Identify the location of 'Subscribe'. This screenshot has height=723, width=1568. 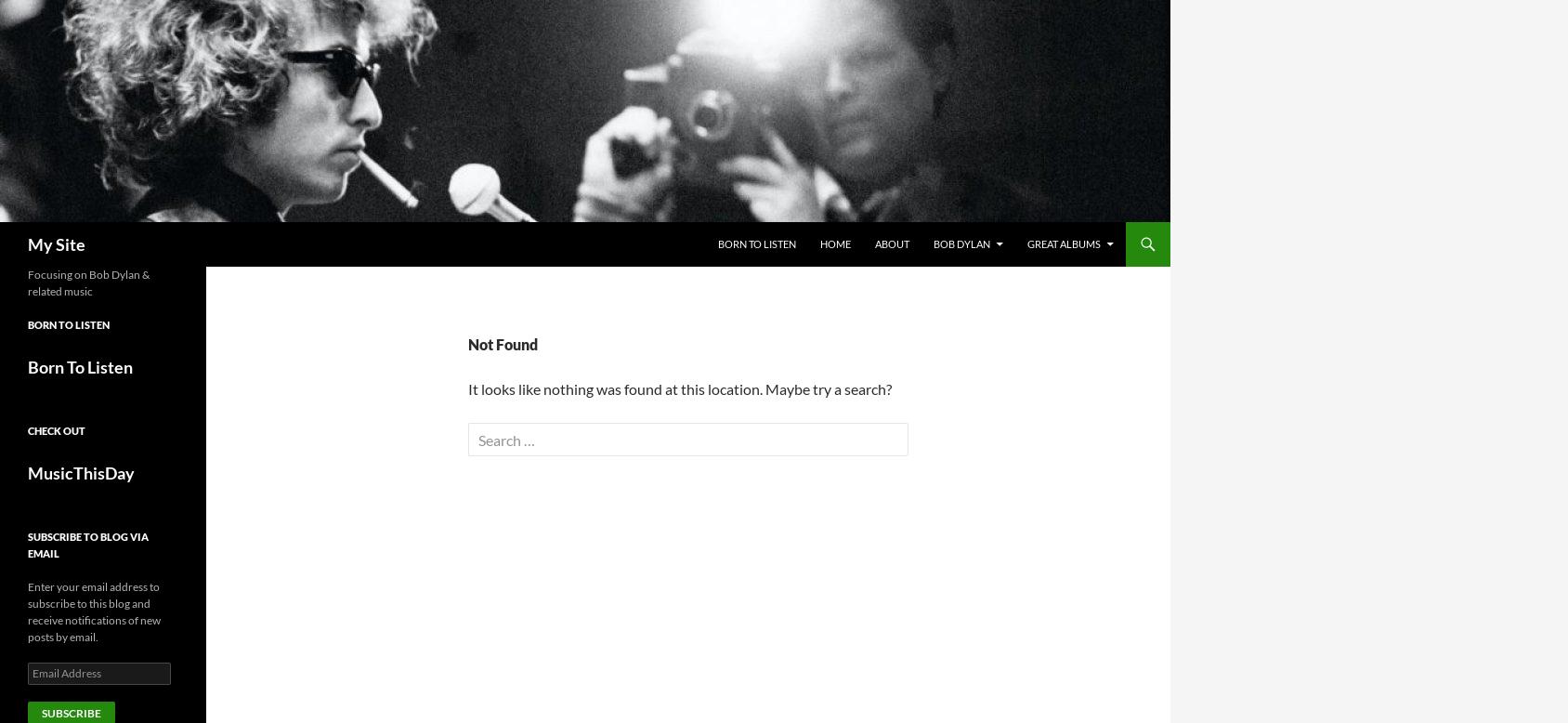
(70, 712).